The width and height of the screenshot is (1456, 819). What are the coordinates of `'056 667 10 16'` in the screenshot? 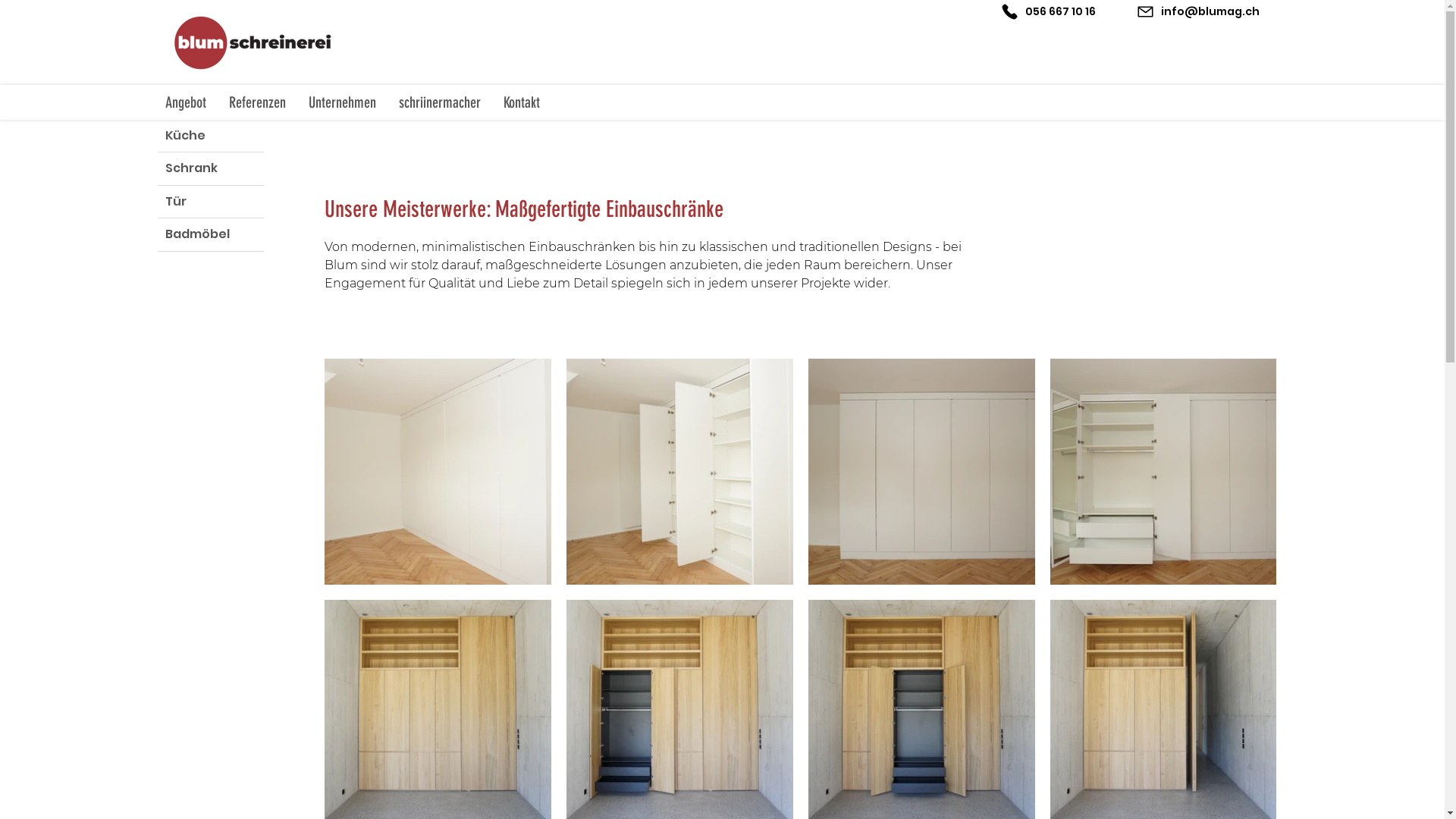 It's located at (1050, 11).